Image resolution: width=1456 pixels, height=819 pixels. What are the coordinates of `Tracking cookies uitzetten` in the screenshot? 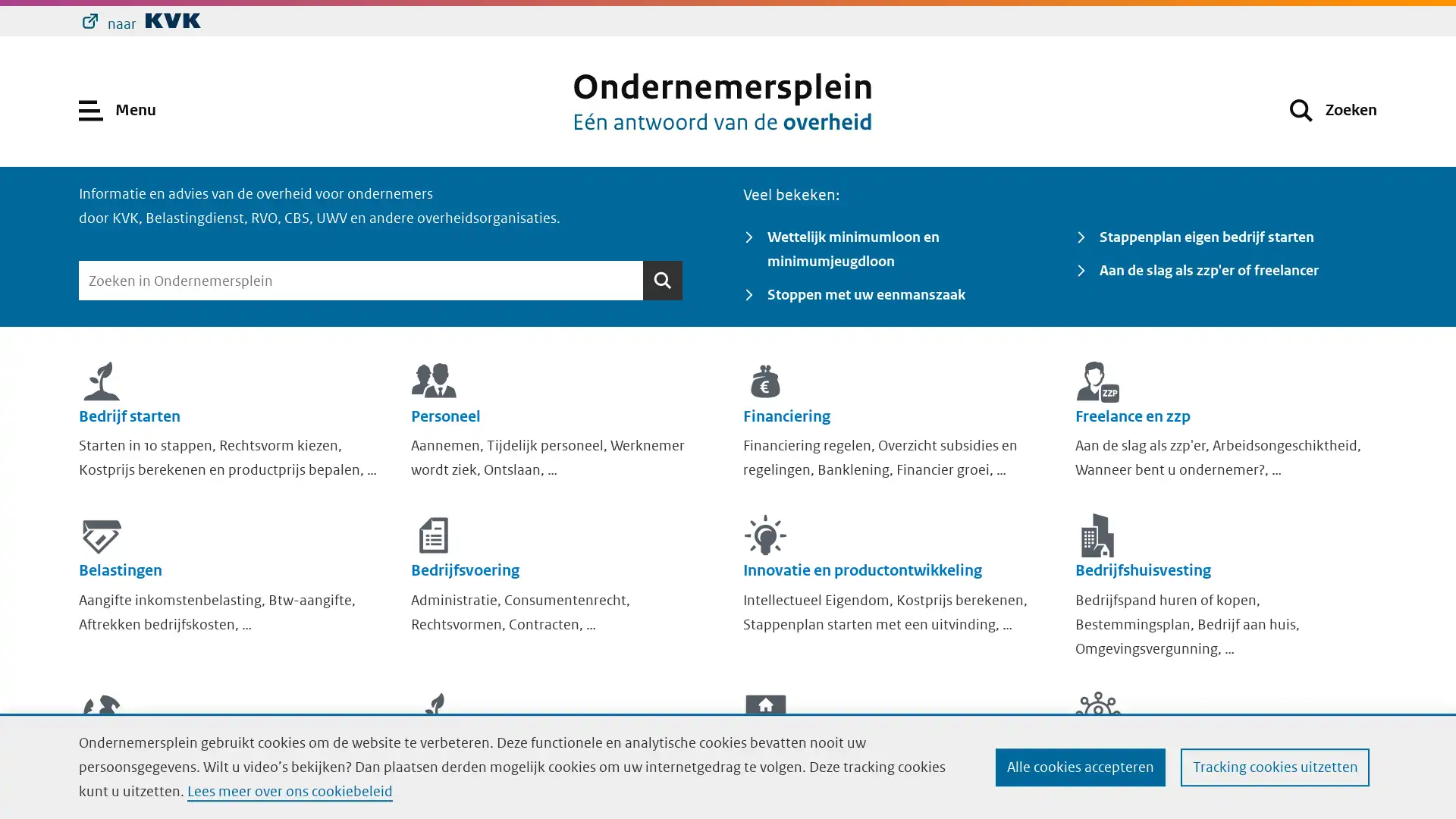 It's located at (1274, 767).